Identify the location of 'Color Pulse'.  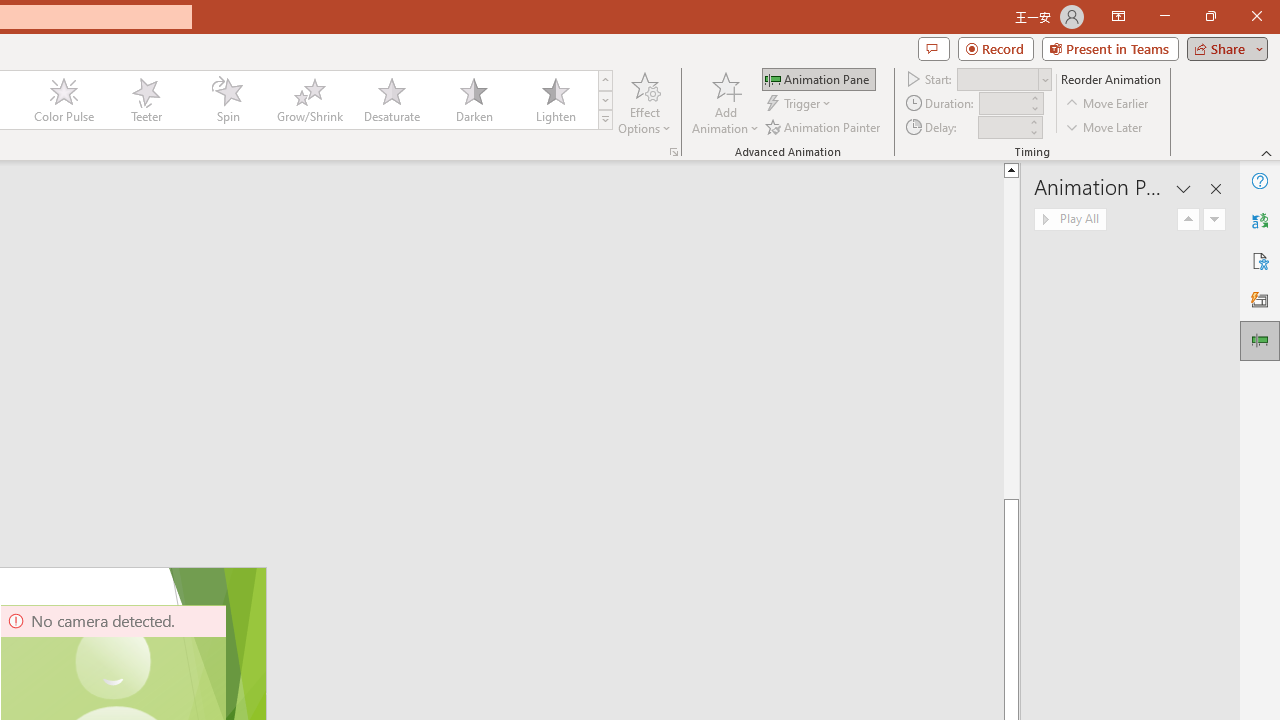
(64, 100).